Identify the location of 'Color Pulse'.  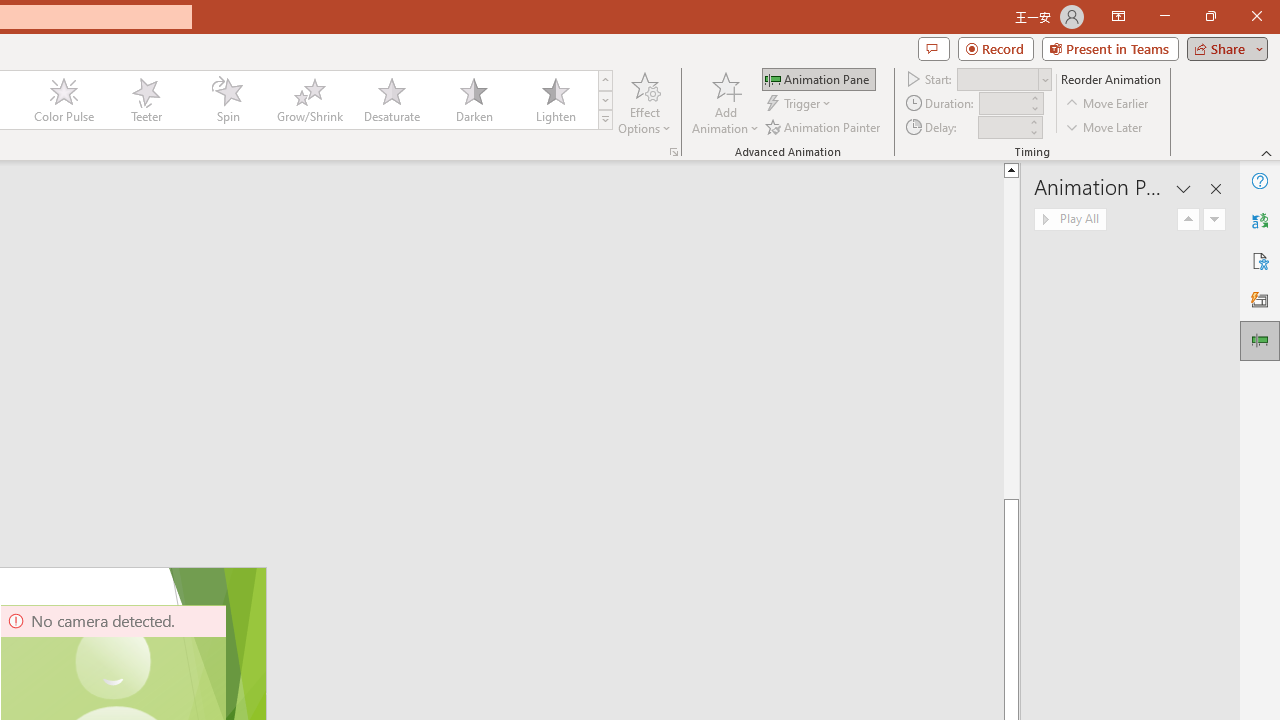
(64, 100).